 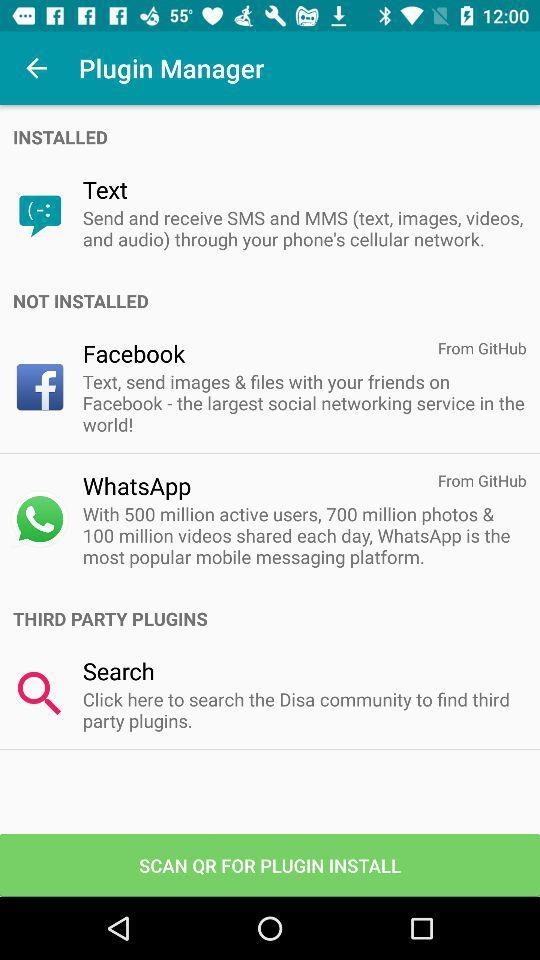 What do you see at coordinates (36, 68) in the screenshot?
I see `the item above installed app` at bounding box center [36, 68].